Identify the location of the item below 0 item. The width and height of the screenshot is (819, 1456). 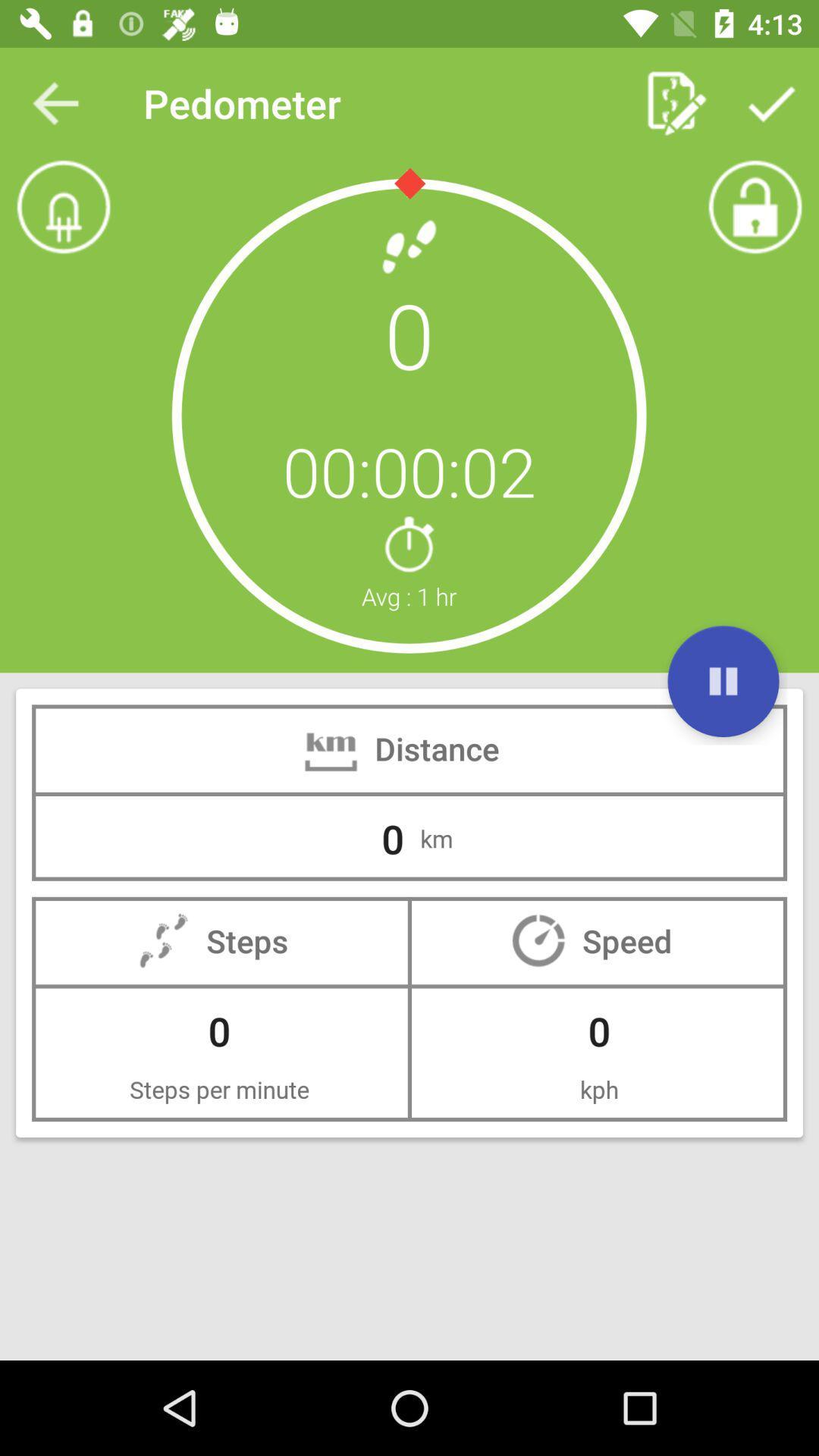
(722, 680).